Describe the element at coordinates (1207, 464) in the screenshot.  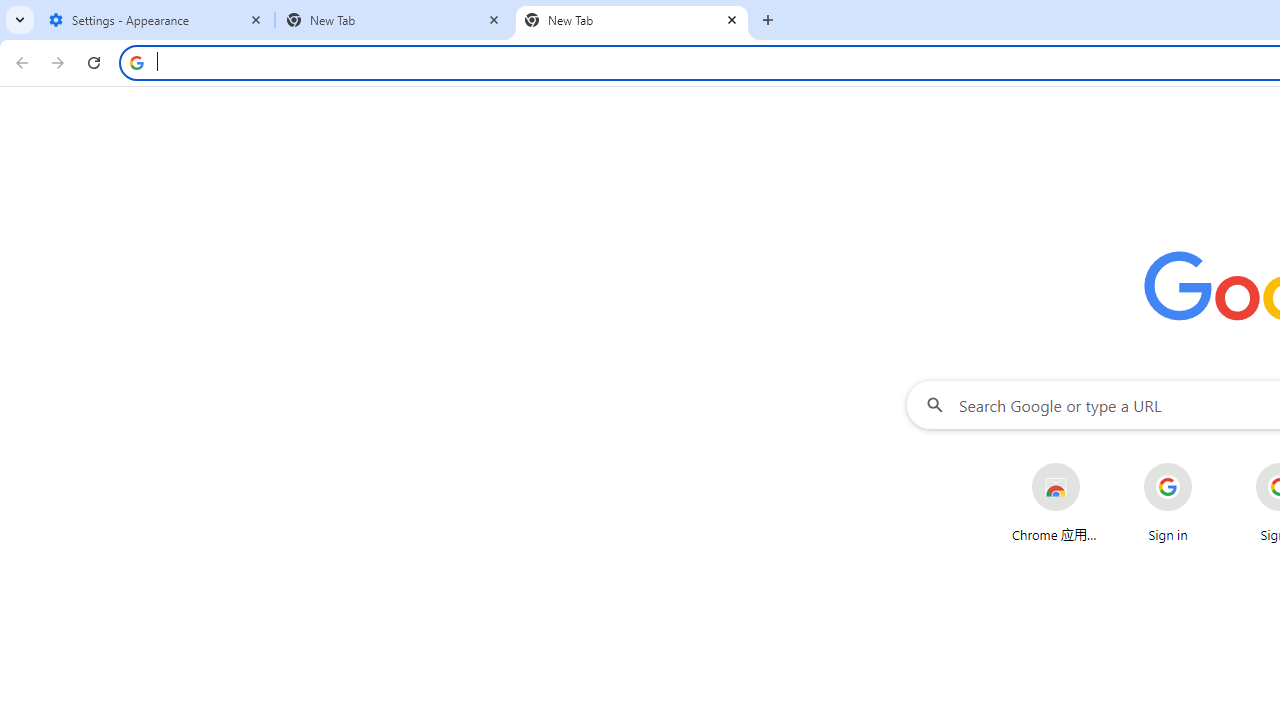
I see `'More actions for Sign in shortcut'` at that location.